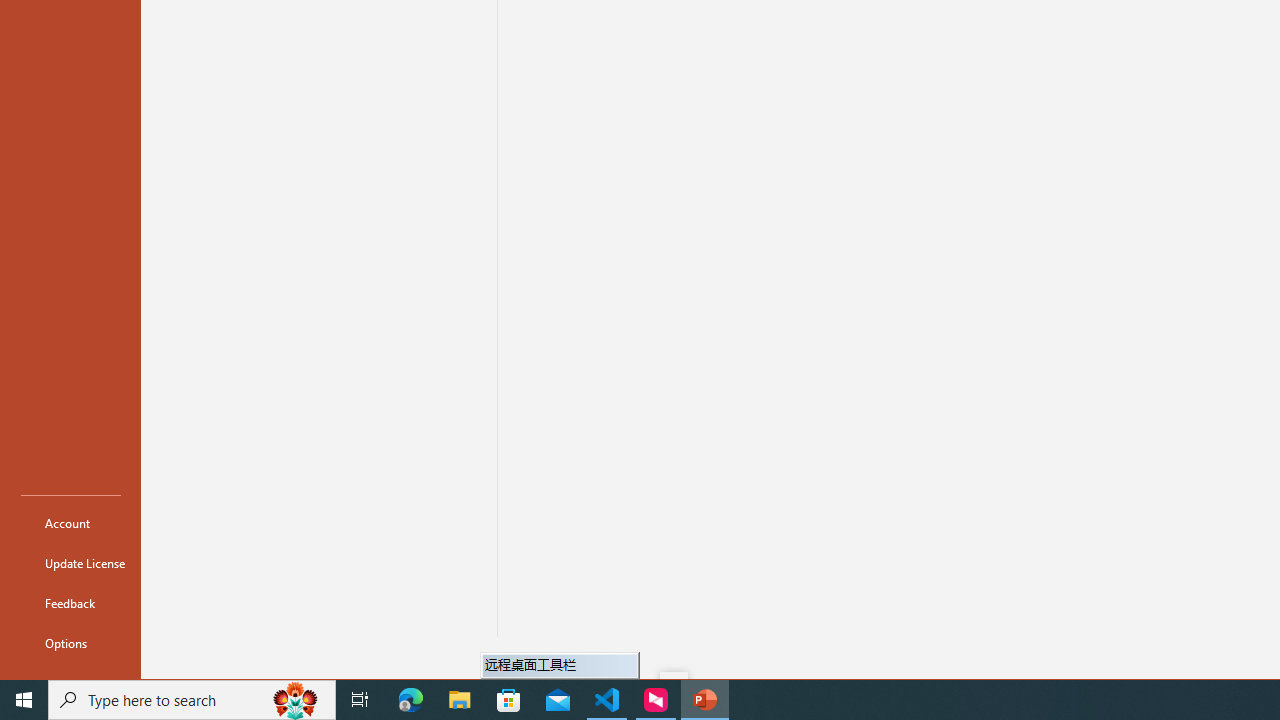 Image resolution: width=1280 pixels, height=720 pixels. Describe the element at coordinates (71, 602) in the screenshot. I see `'Feedback'` at that location.